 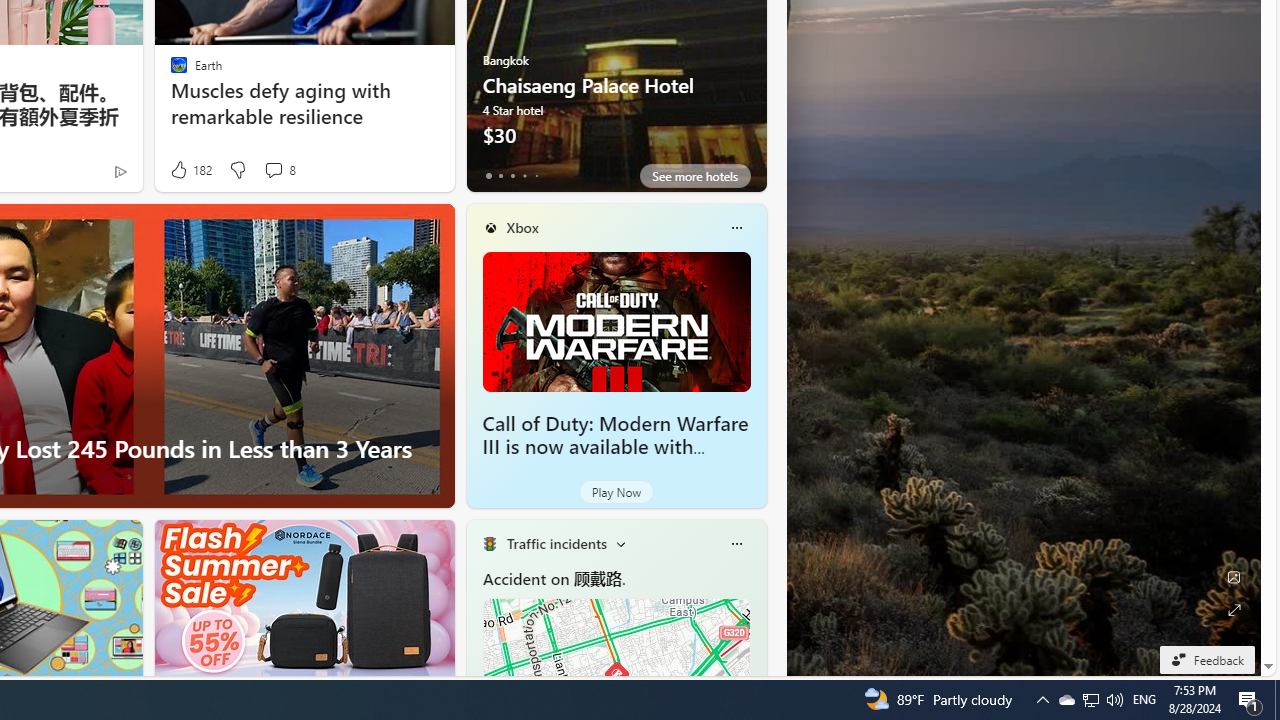 I want to click on 'tab-0', so click(x=488, y=175).